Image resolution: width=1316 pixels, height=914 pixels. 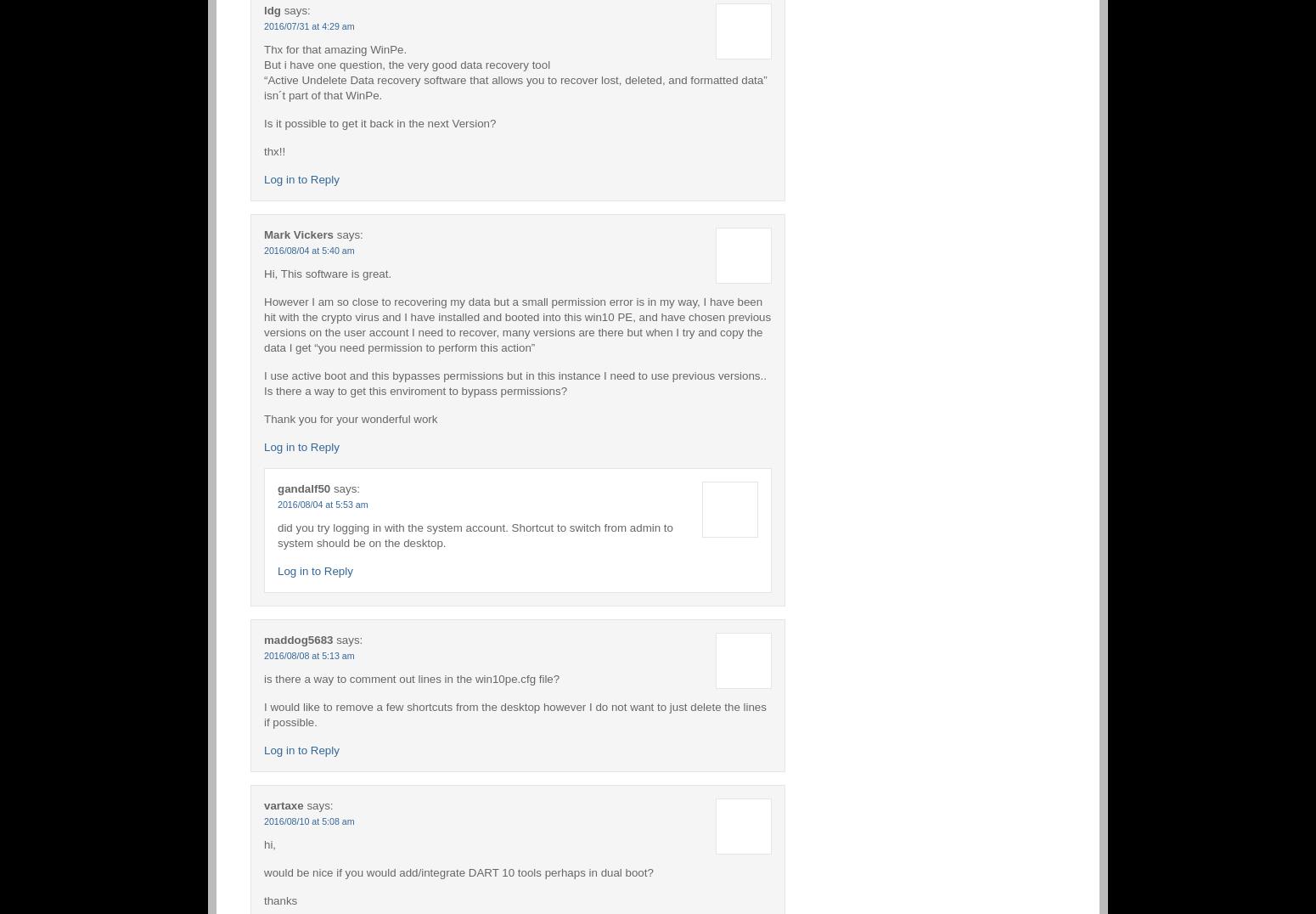 I want to click on 'thx!!', so click(x=273, y=150).